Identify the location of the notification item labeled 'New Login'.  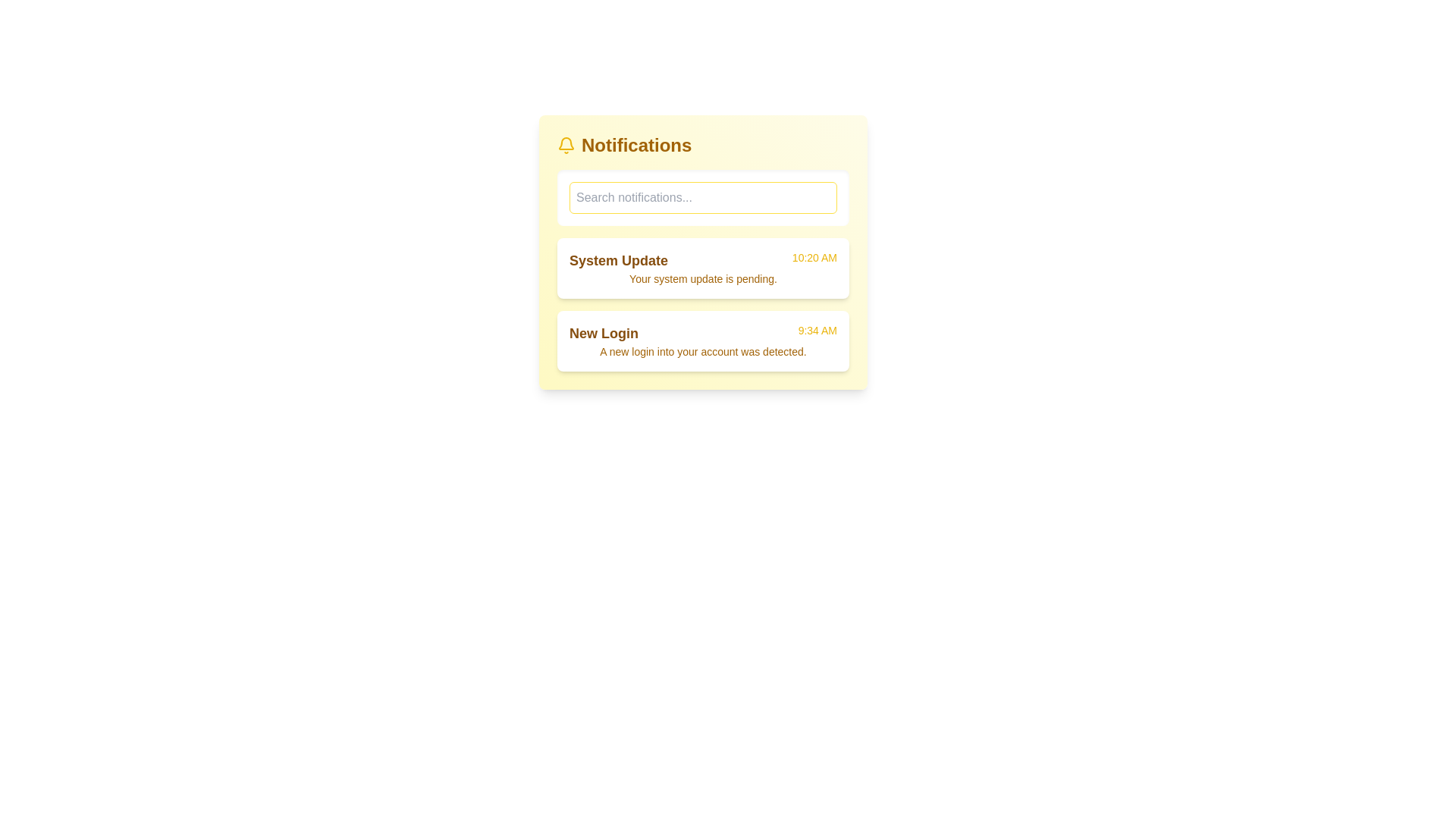
(702, 341).